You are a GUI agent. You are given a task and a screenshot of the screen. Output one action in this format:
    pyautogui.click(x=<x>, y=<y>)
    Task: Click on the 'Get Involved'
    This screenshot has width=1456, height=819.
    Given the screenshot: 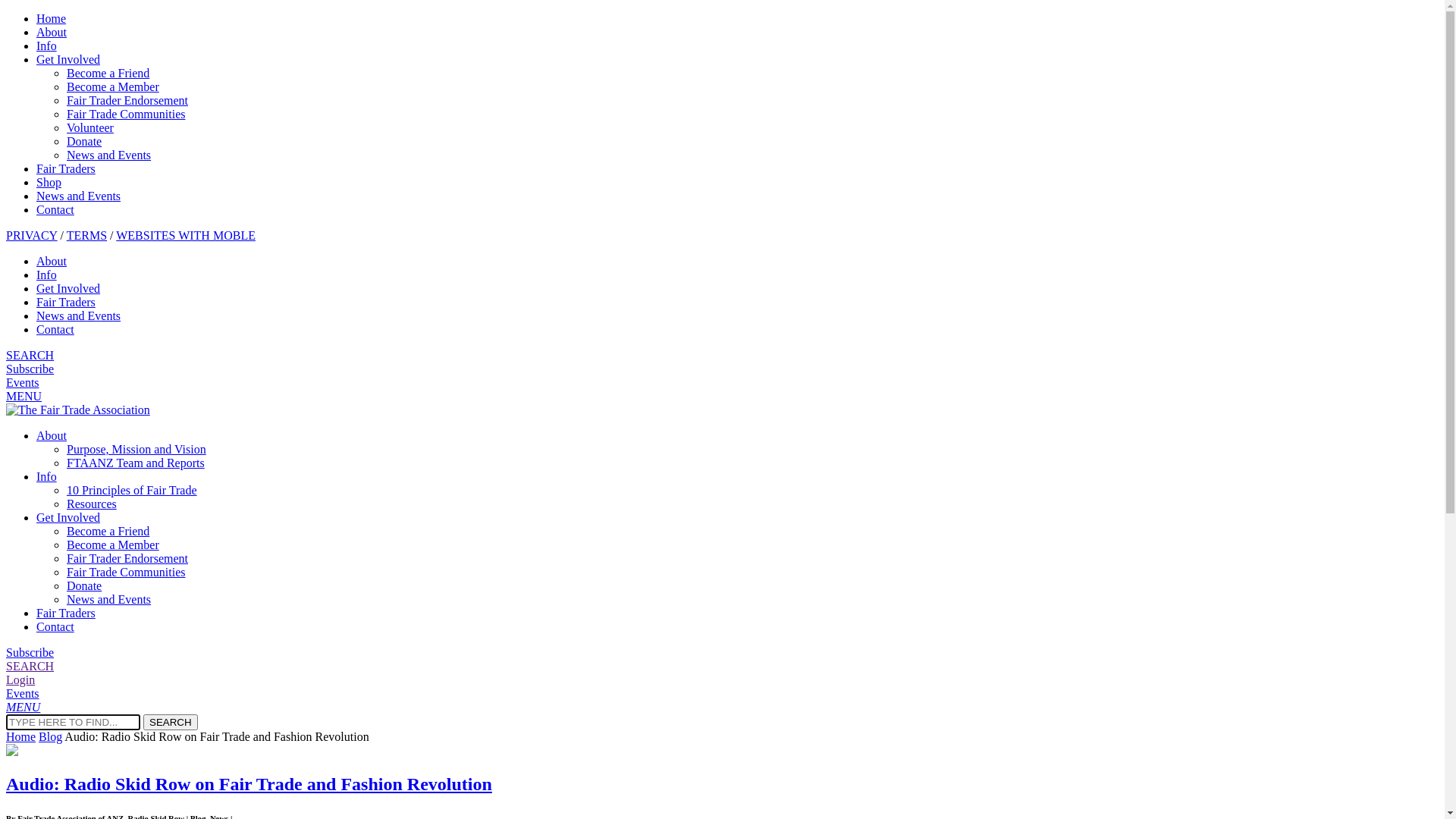 What is the action you would take?
    pyautogui.click(x=67, y=58)
    